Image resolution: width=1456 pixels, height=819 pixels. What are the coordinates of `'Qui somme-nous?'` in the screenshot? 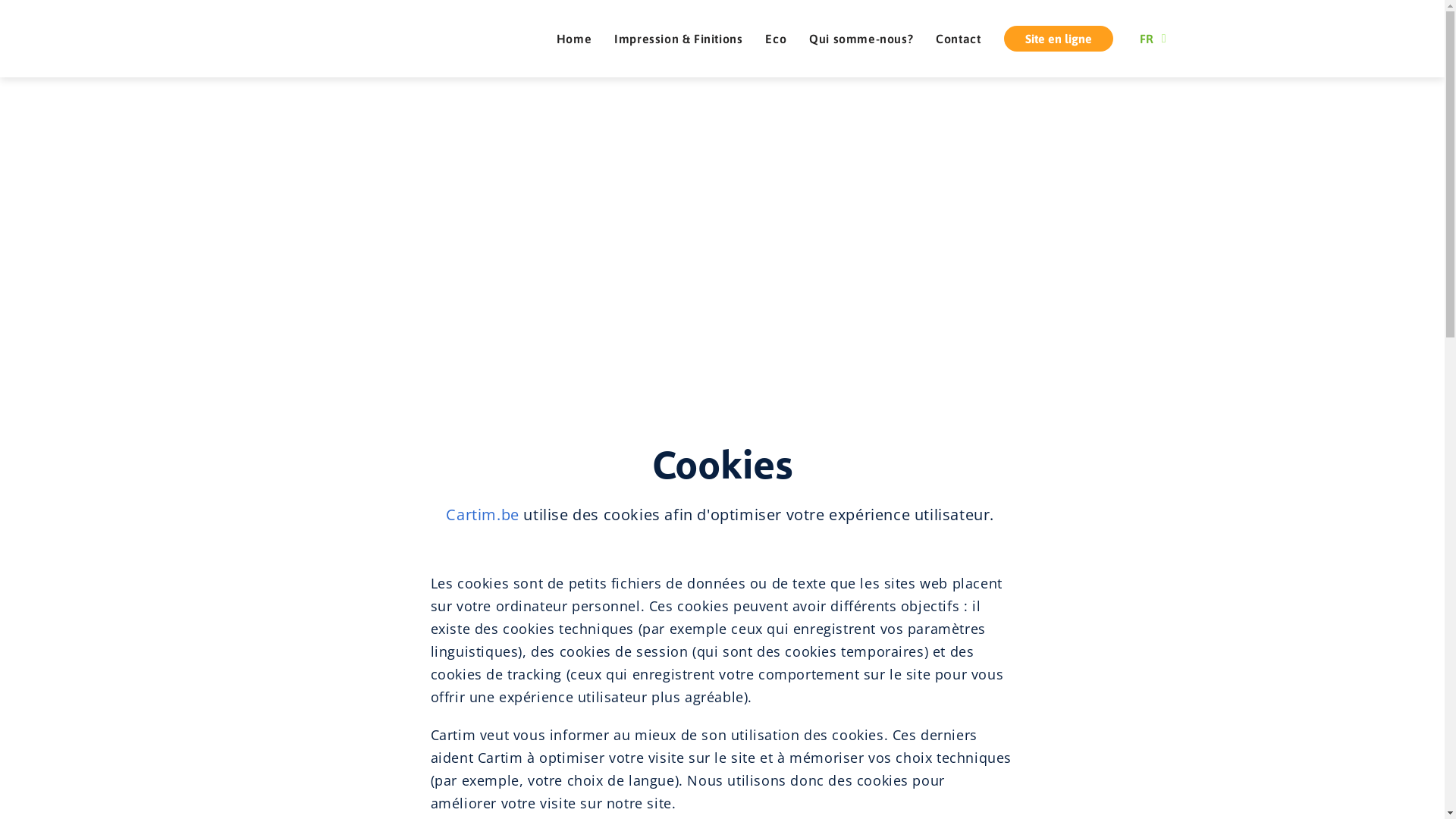 It's located at (861, 37).